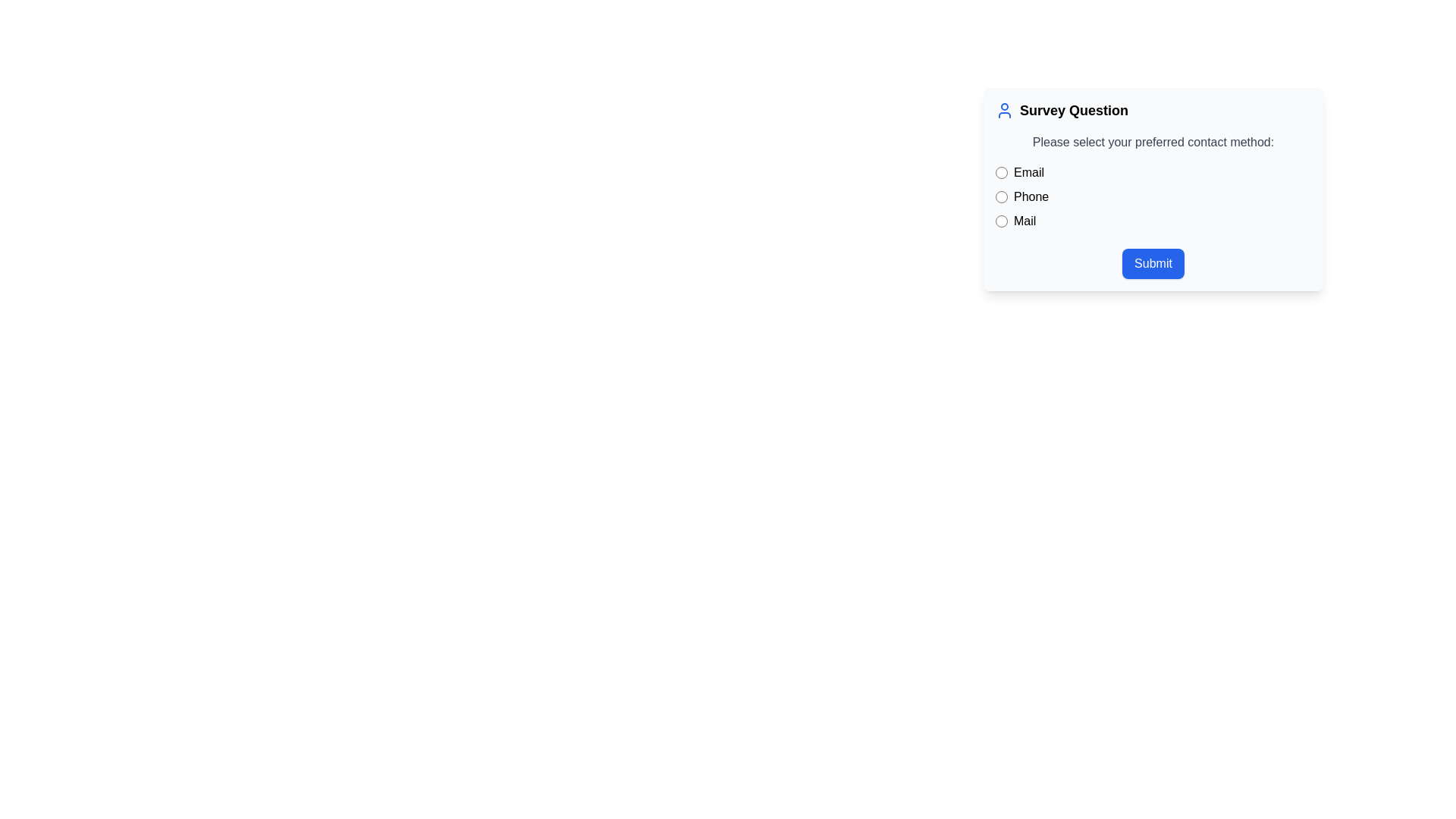 Image resolution: width=1456 pixels, height=819 pixels. I want to click on the blue-themed user profile icon, which features a circular head and semi-circular base outline, located to the left of the 'Survey Question' text, so click(1004, 110).